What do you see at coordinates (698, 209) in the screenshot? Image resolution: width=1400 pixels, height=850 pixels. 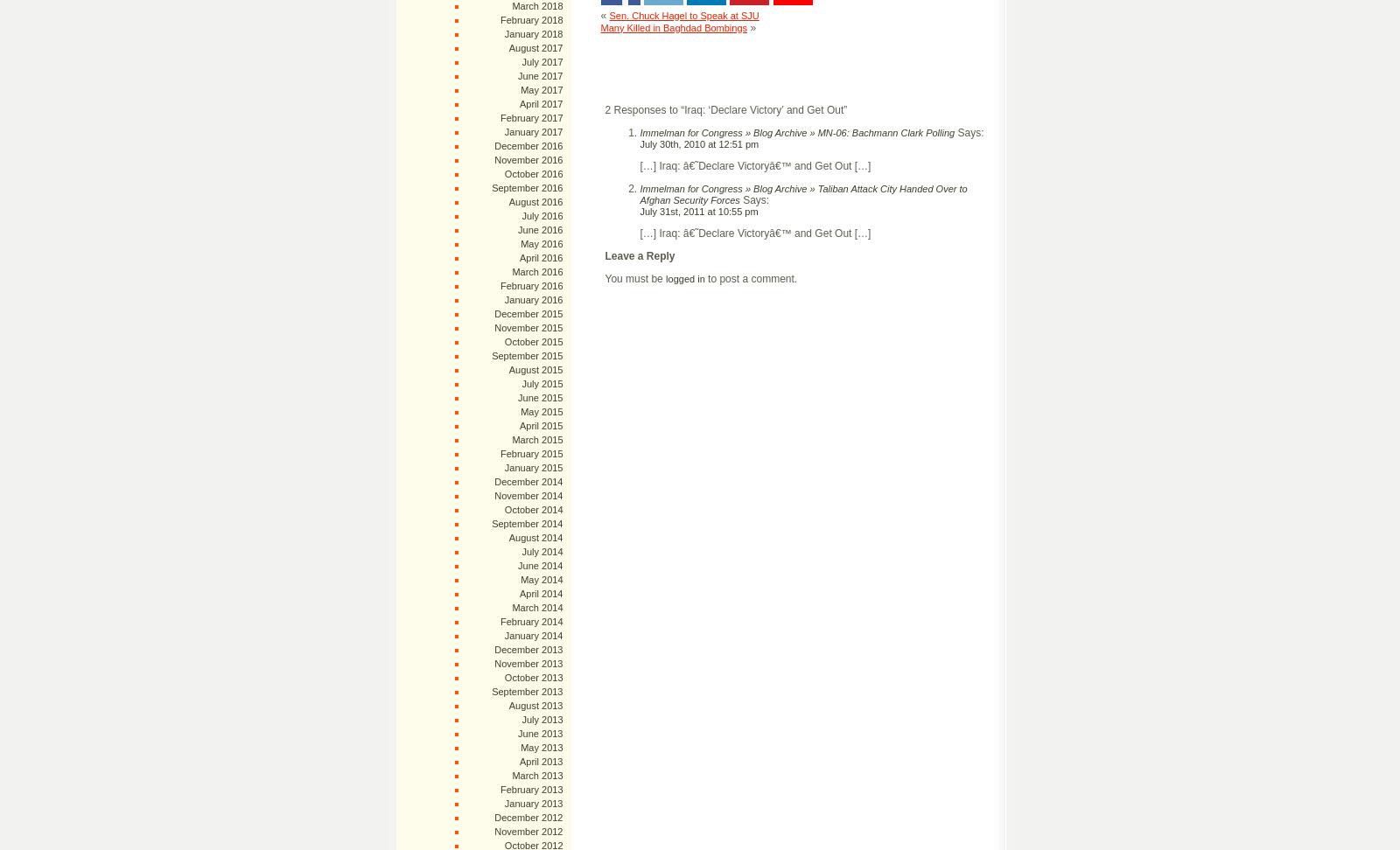 I see `'July 31st, 2011 at 10:55 pm'` at bounding box center [698, 209].